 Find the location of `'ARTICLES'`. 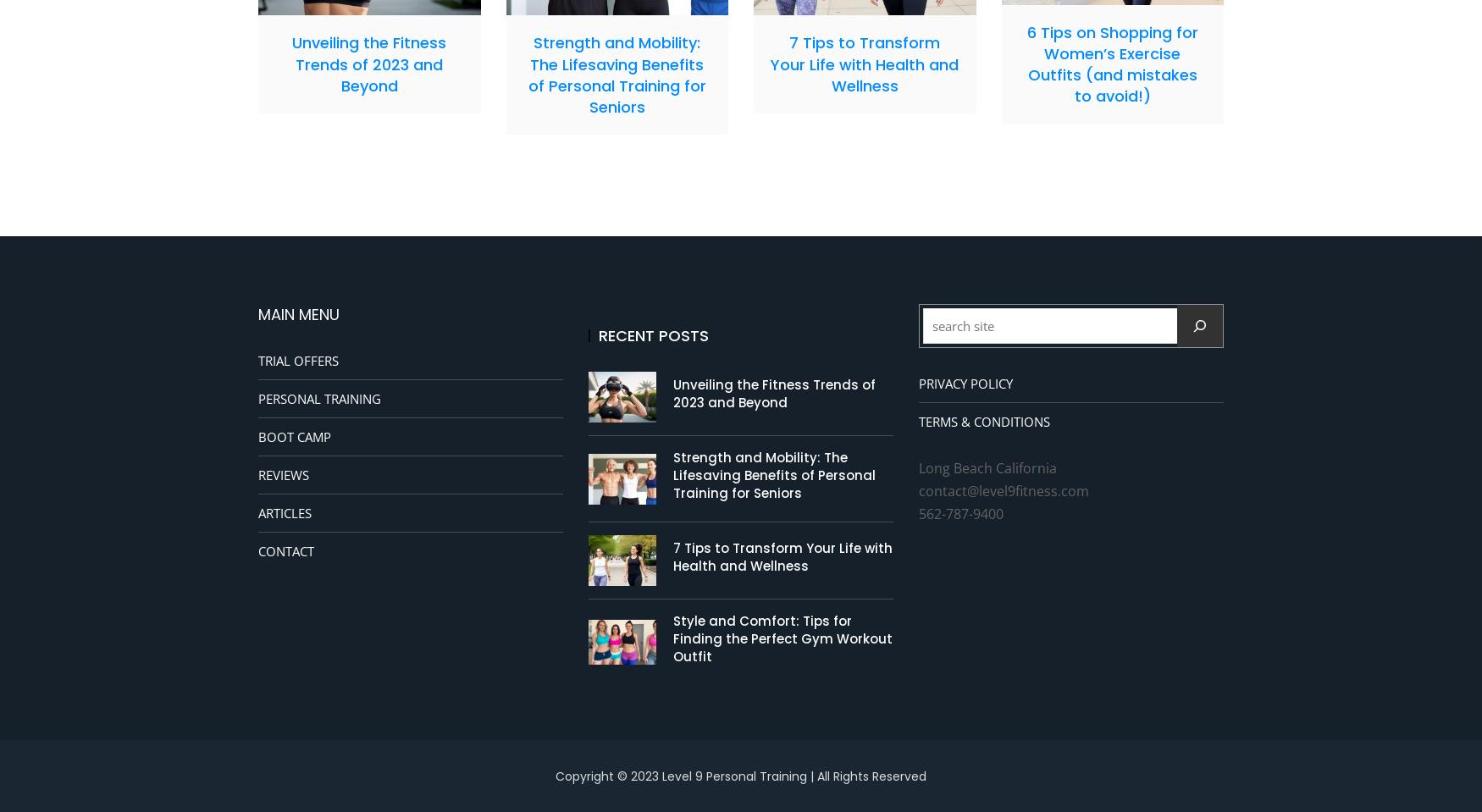

'ARTICLES' is located at coordinates (285, 511).